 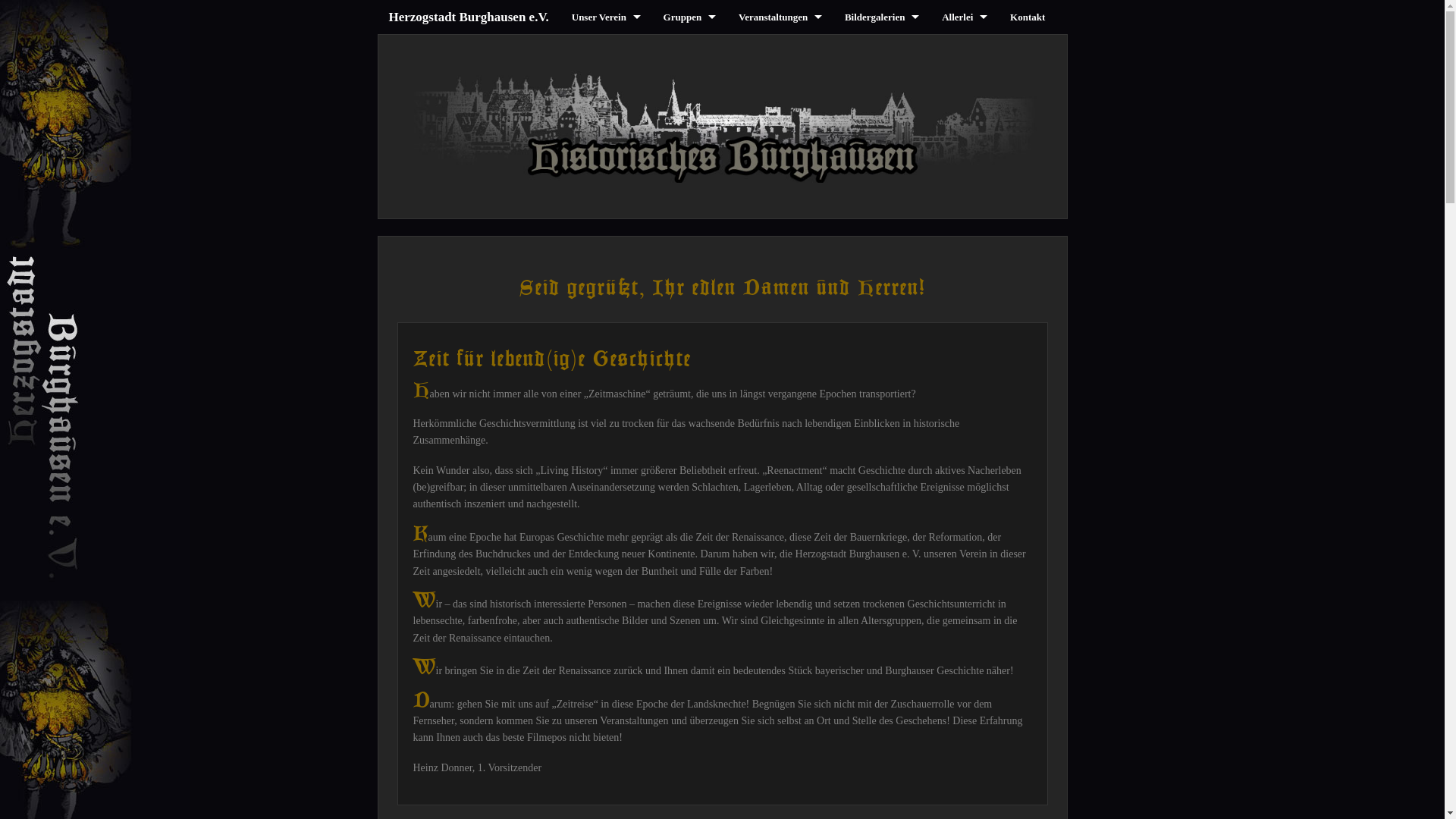 What do you see at coordinates (605, 17) in the screenshot?
I see `'Unser Verein'` at bounding box center [605, 17].